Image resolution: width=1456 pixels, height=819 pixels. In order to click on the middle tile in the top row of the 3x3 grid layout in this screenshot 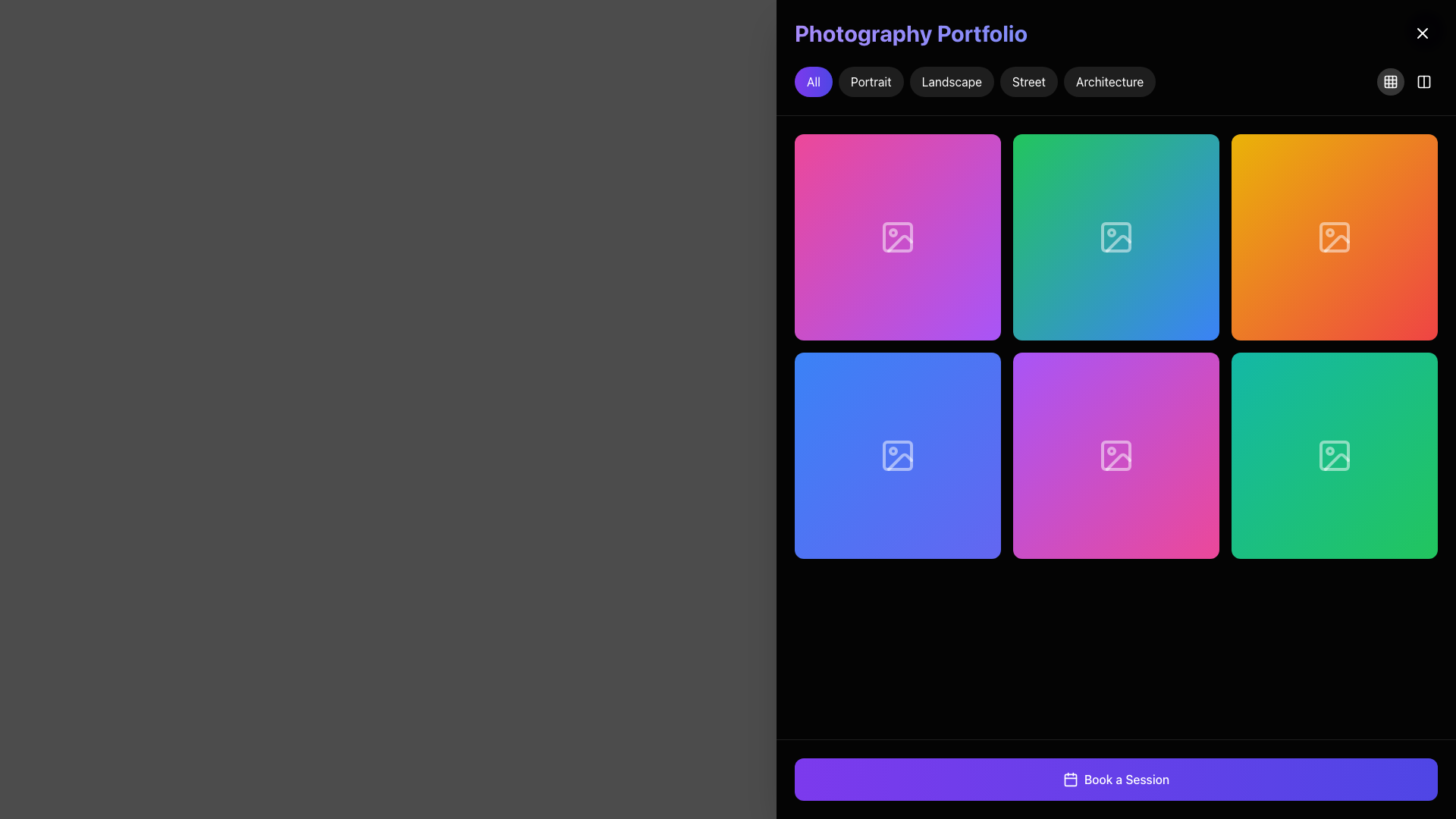, I will do `click(1116, 237)`.